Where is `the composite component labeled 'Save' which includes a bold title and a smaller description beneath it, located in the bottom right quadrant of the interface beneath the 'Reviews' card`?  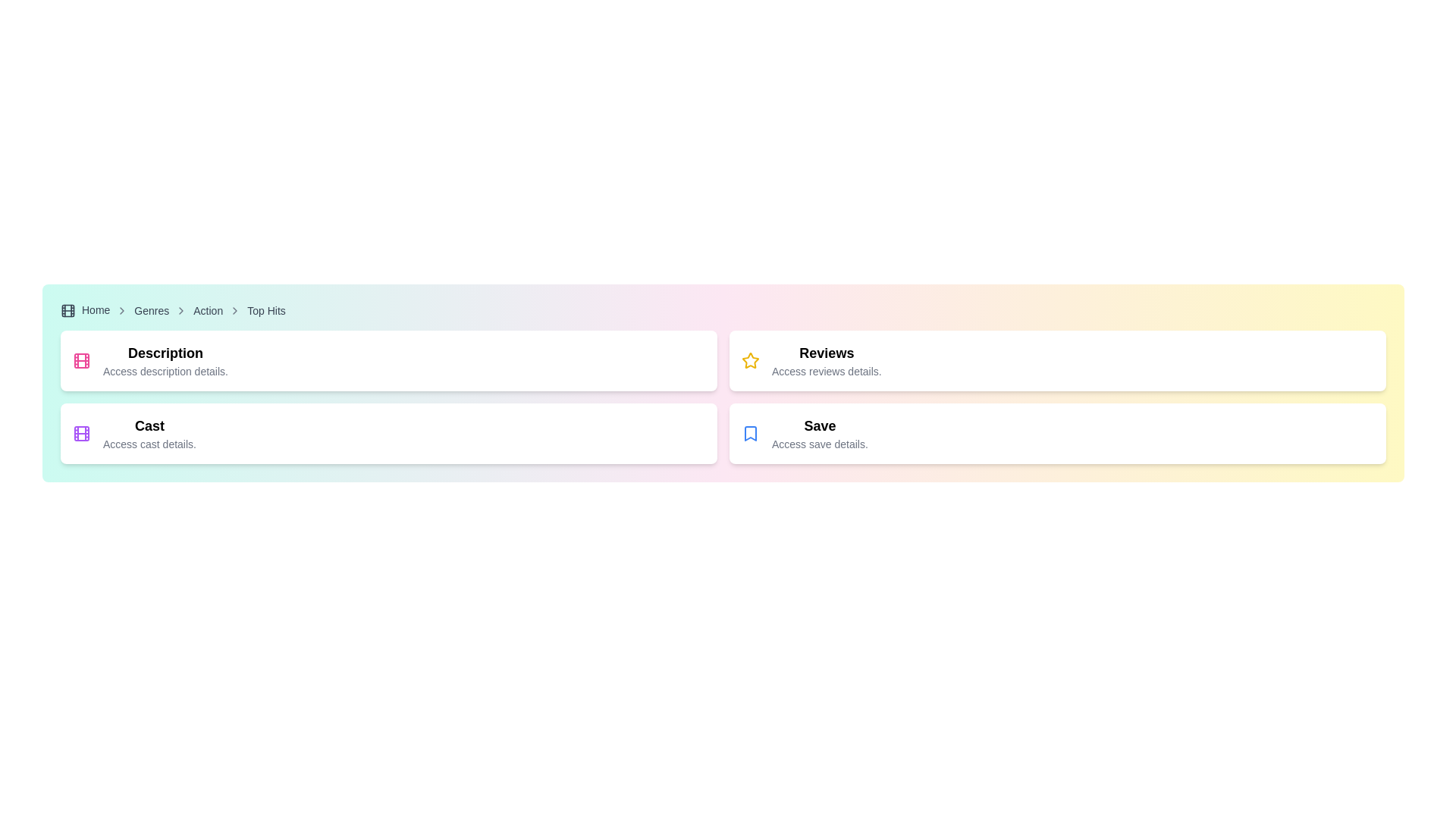 the composite component labeled 'Save' which includes a bold title and a smaller description beneath it, located in the bottom right quadrant of the interface beneath the 'Reviews' card is located at coordinates (819, 434).